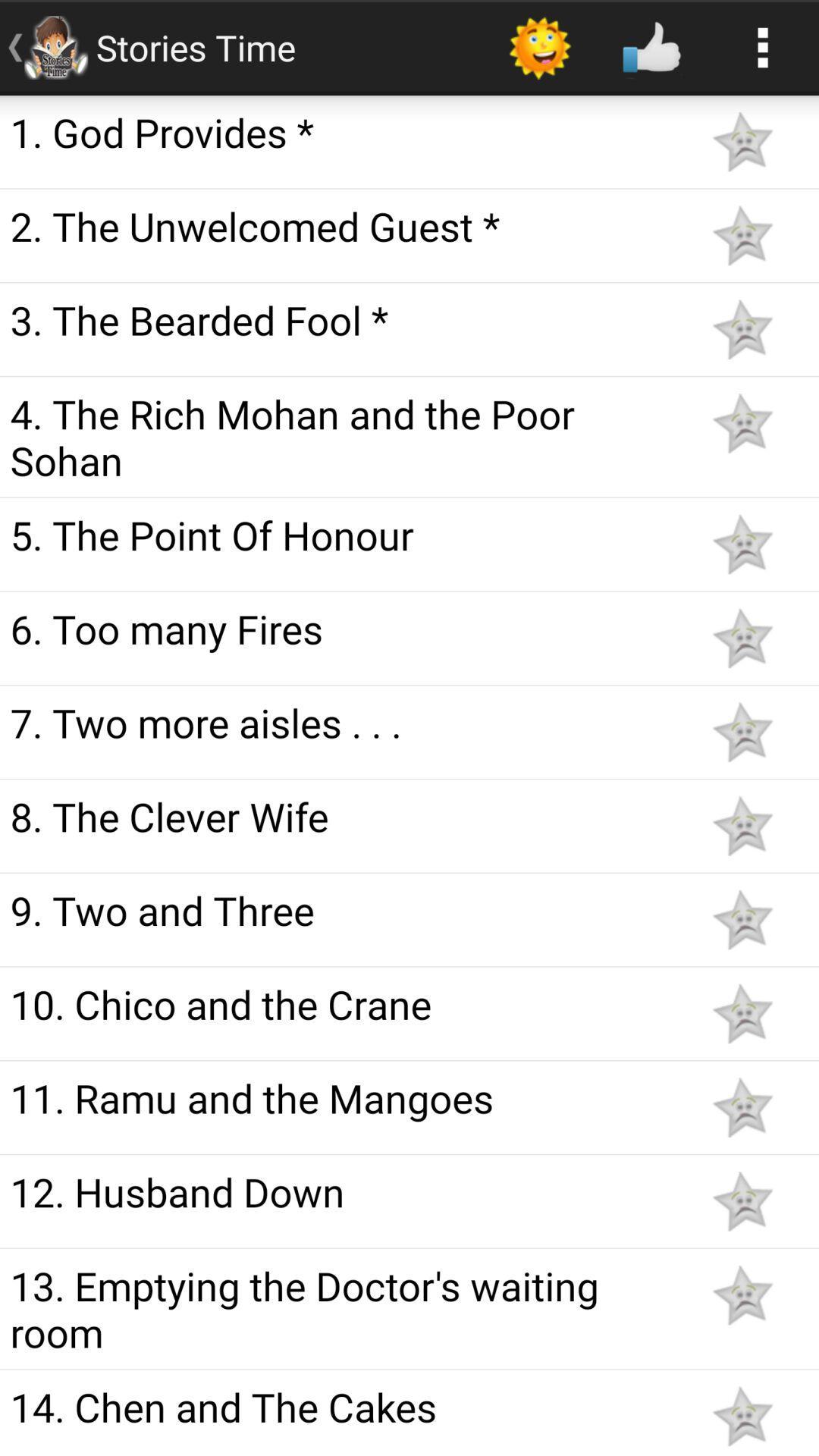 The height and width of the screenshot is (1456, 819). What do you see at coordinates (742, 919) in the screenshot?
I see `to favorites` at bounding box center [742, 919].